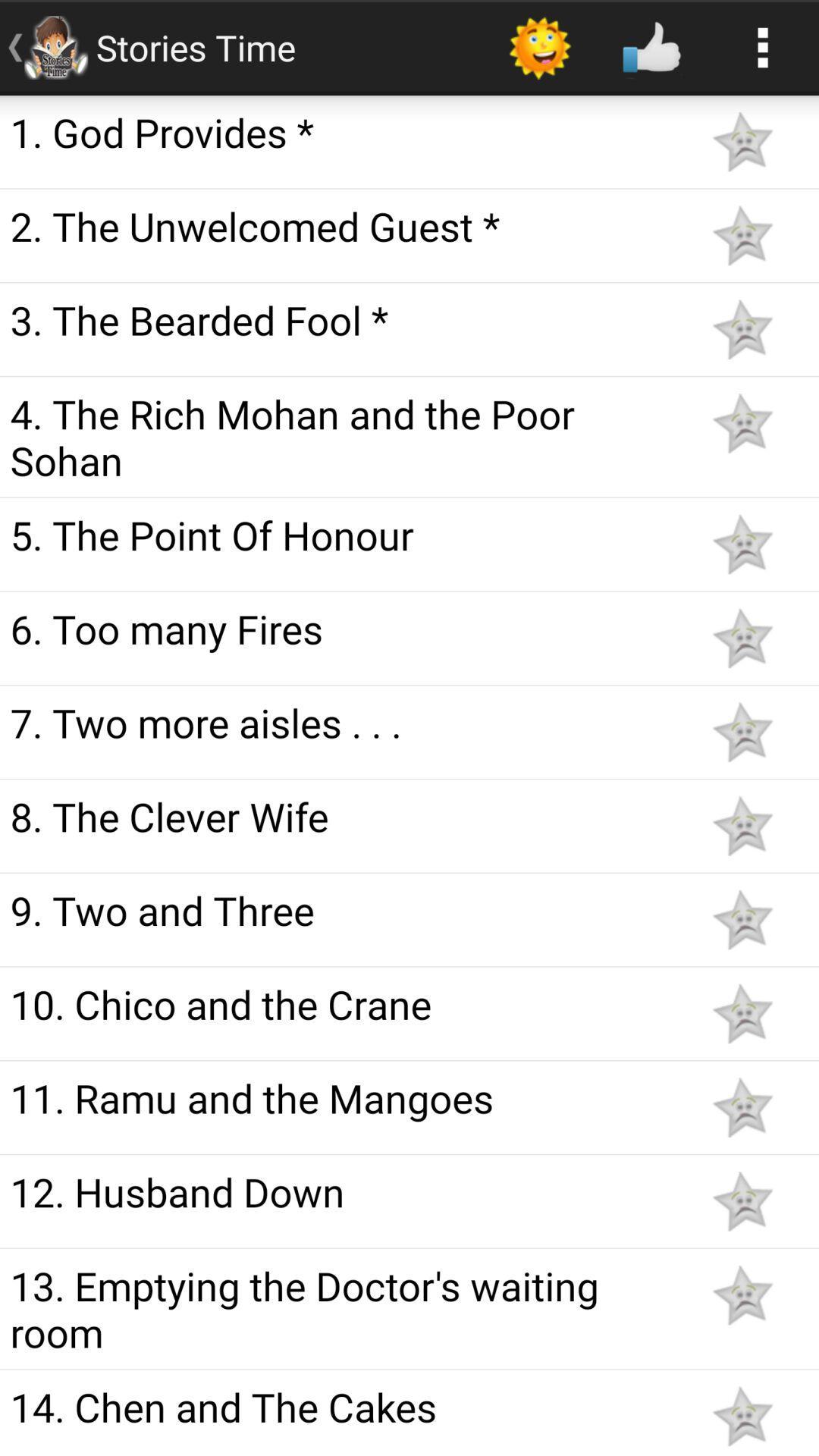 The height and width of the screenshot is (1456, 819). What do you see at coordinates (742, 919) in the screenshot?
I see `to favorites` at bounding box center [742, 919].